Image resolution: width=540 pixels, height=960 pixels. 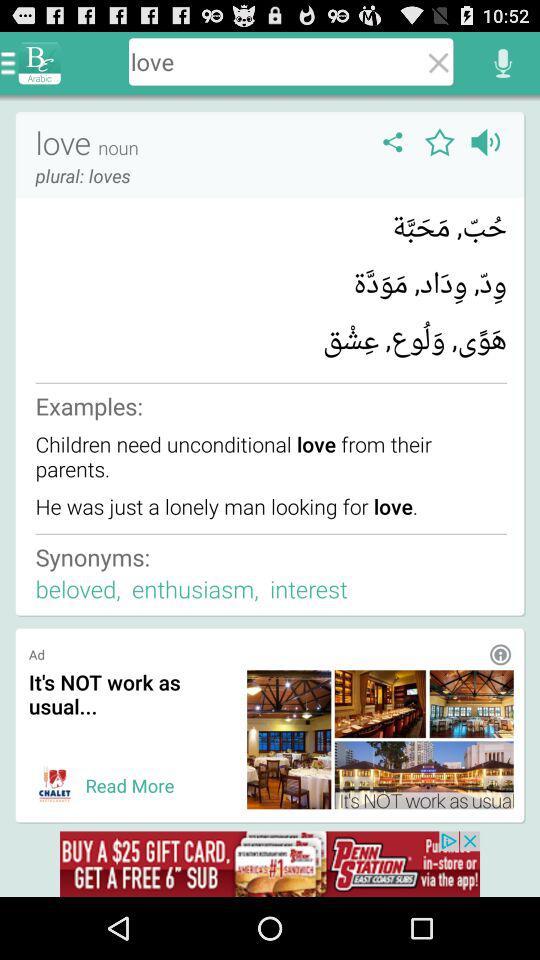 I want to click on open advertisement, so click(x=270, y=863).